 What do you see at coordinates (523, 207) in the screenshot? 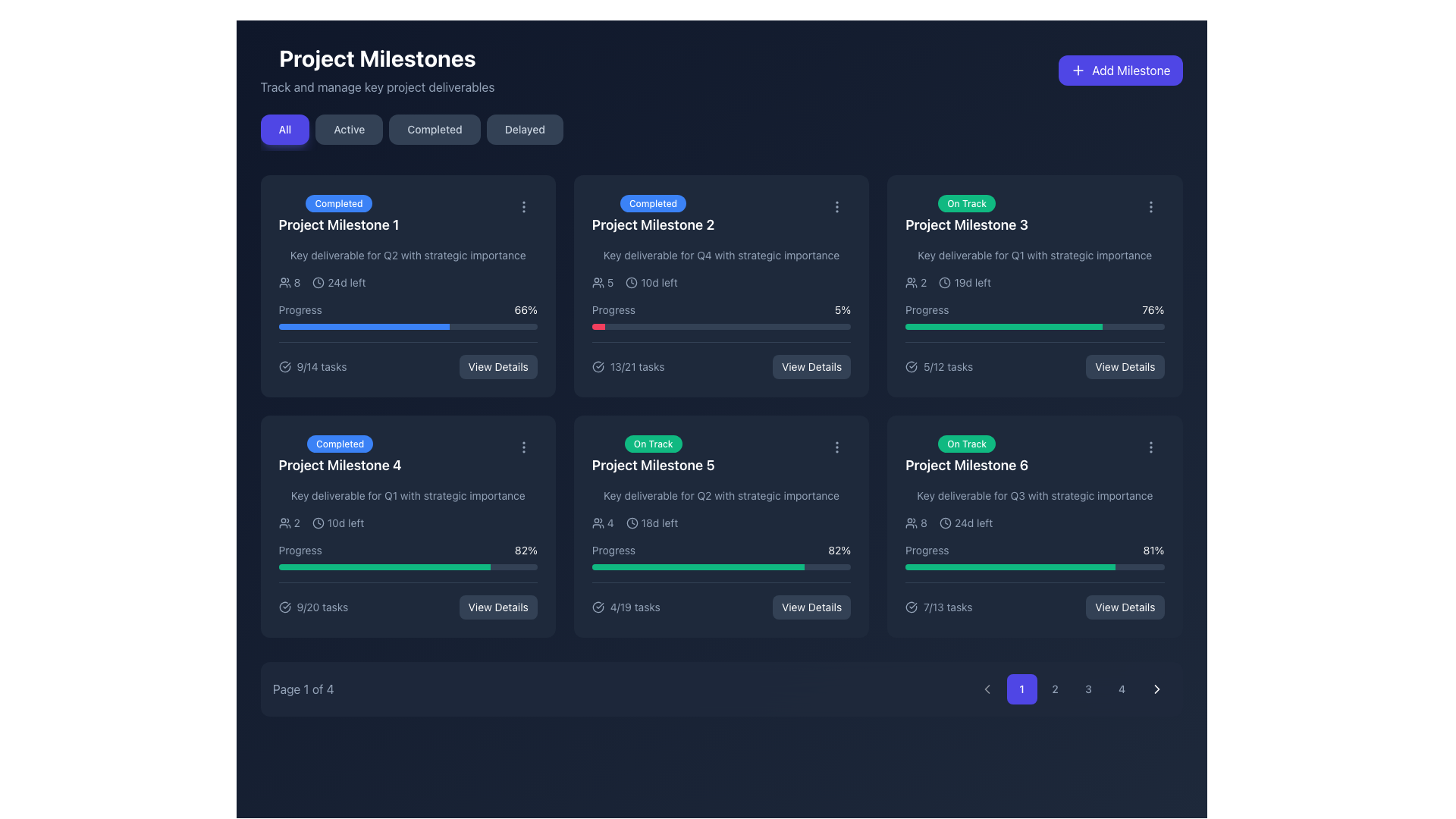
I see `the ellipsis icon button located in the top-right corner of the 'Project Milestone 1' card` at bounding box center [523, 207].